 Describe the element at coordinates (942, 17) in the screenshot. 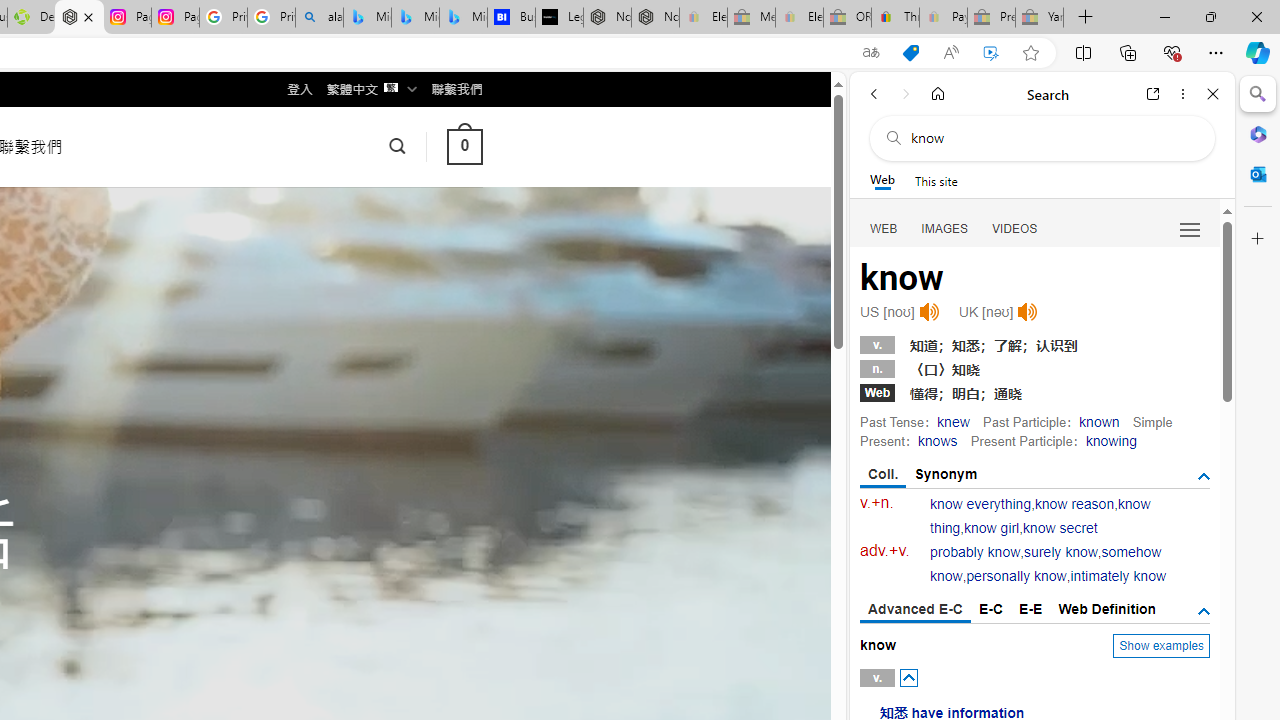

I see `'Payments Terms of Use | eBay.com - Sleeping'` at that location.